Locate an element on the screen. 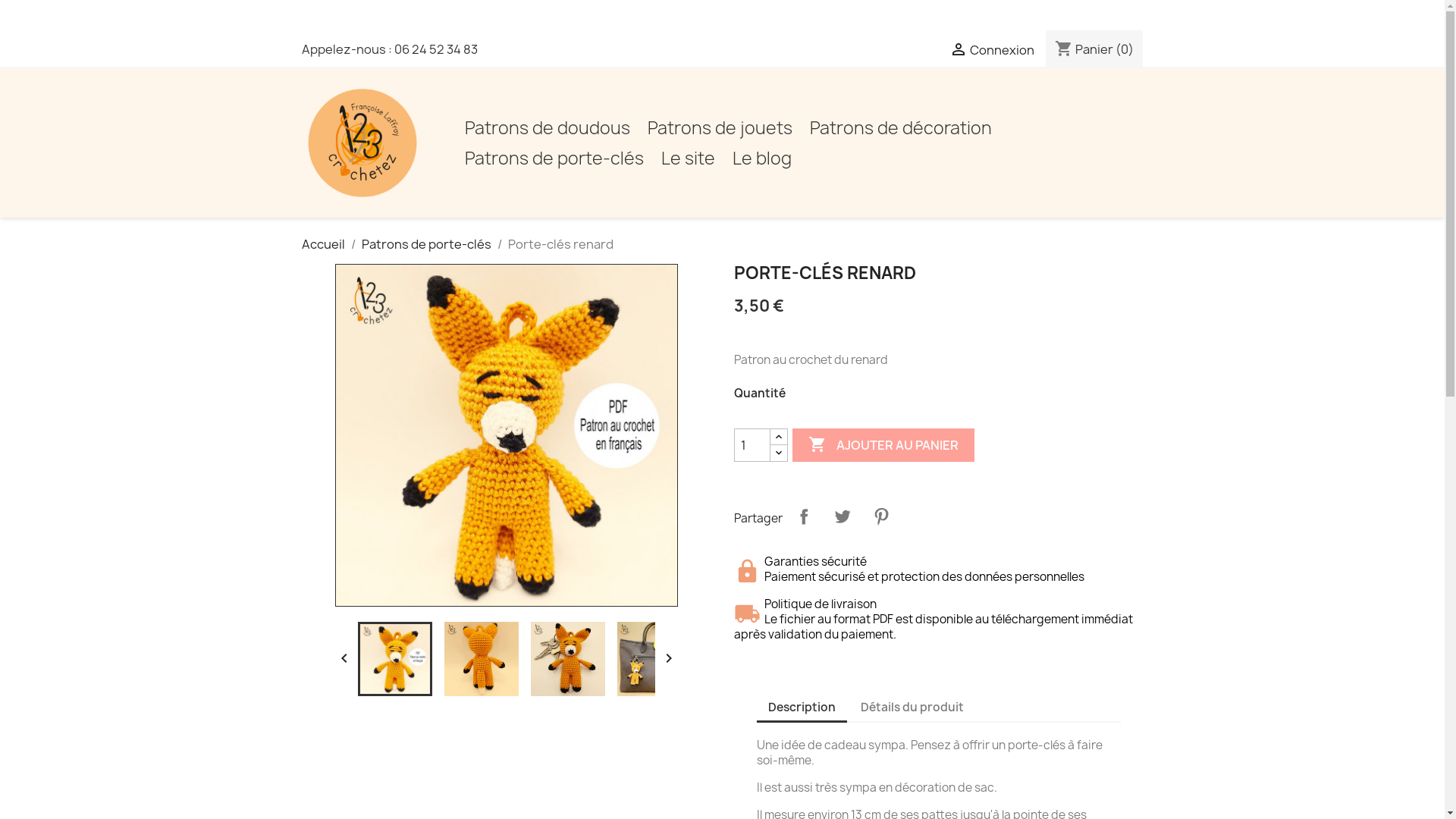 The height and width of the screenshot is (819, 1456). 'Le blog' is located at coordinates (761, 158).